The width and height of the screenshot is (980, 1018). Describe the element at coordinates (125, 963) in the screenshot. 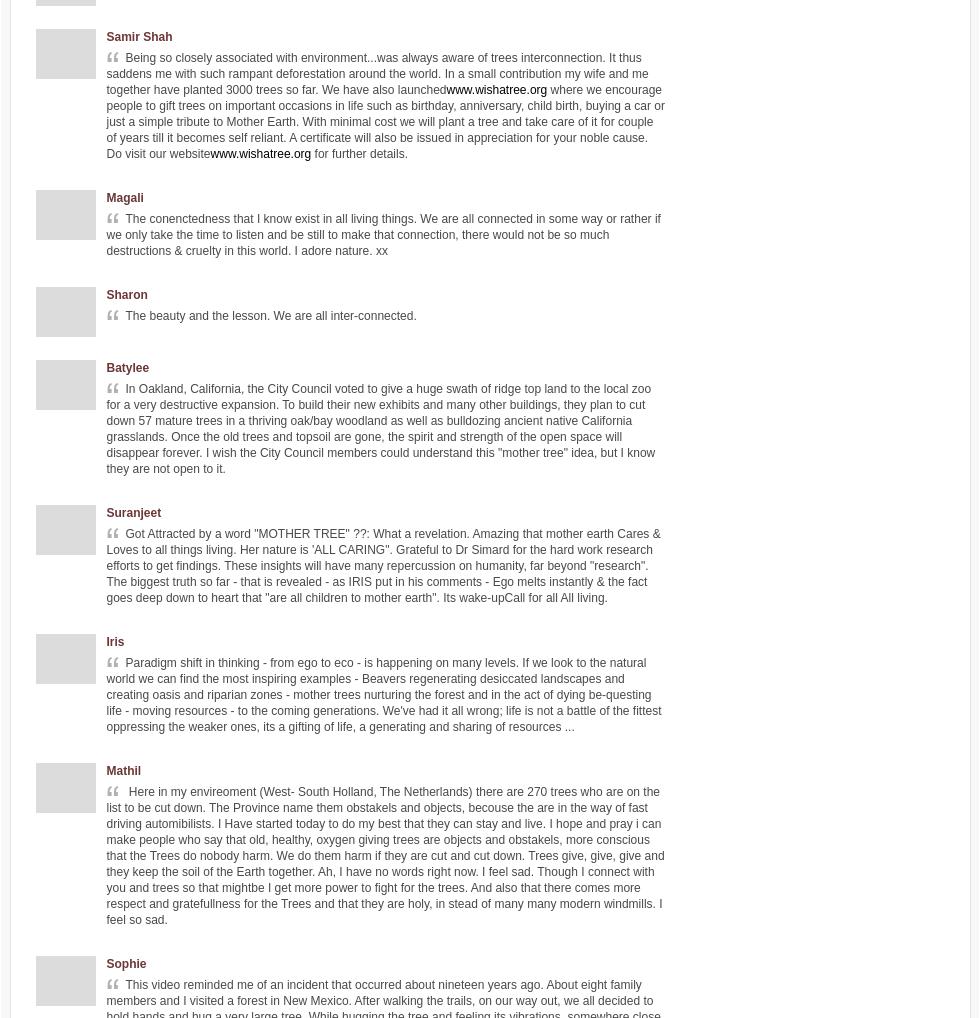

I see `'Sophie'` at that location.